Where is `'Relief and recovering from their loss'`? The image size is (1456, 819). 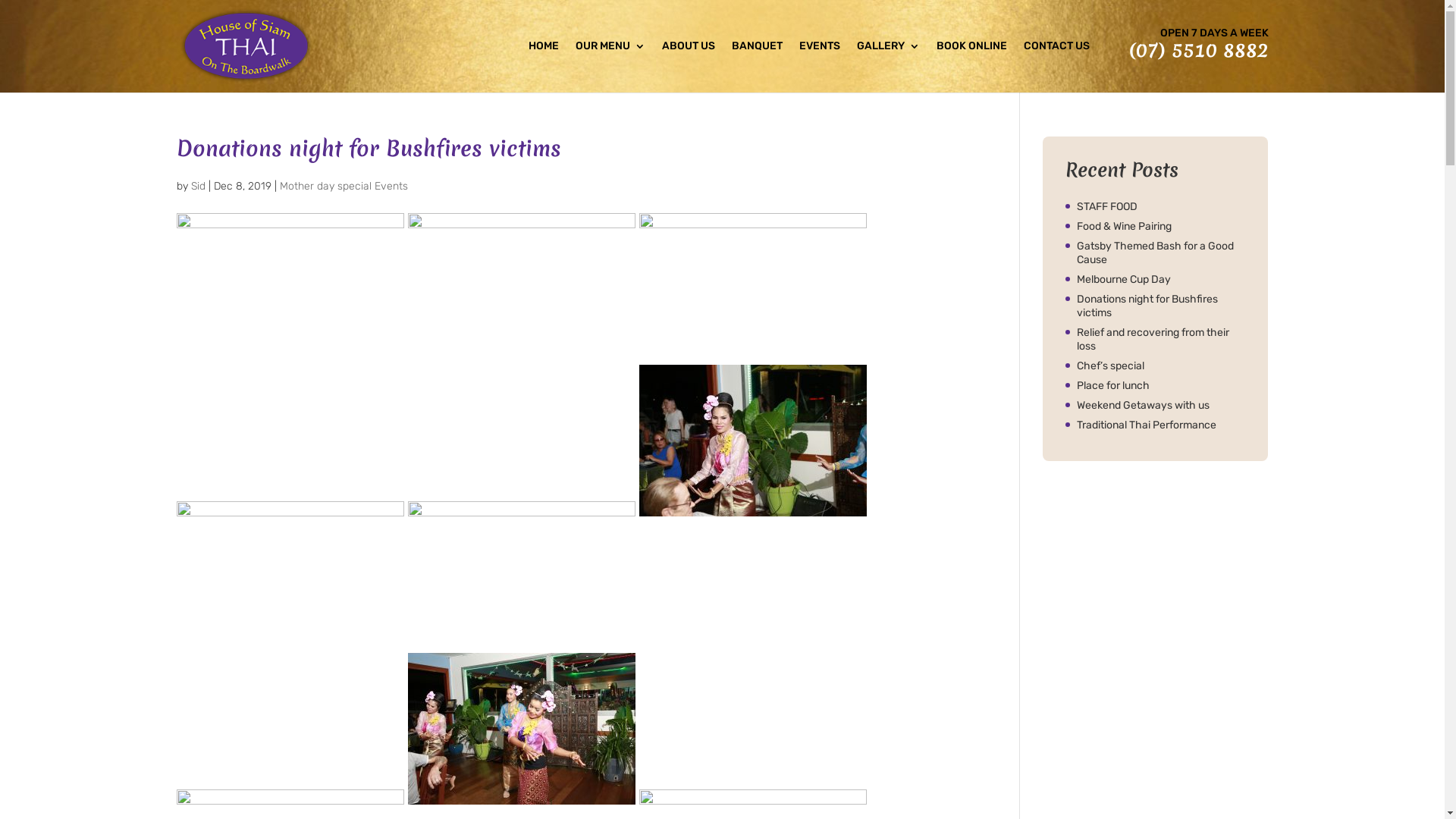 'Relief and recovering from their loss' is located at coordinates (1160, 338).